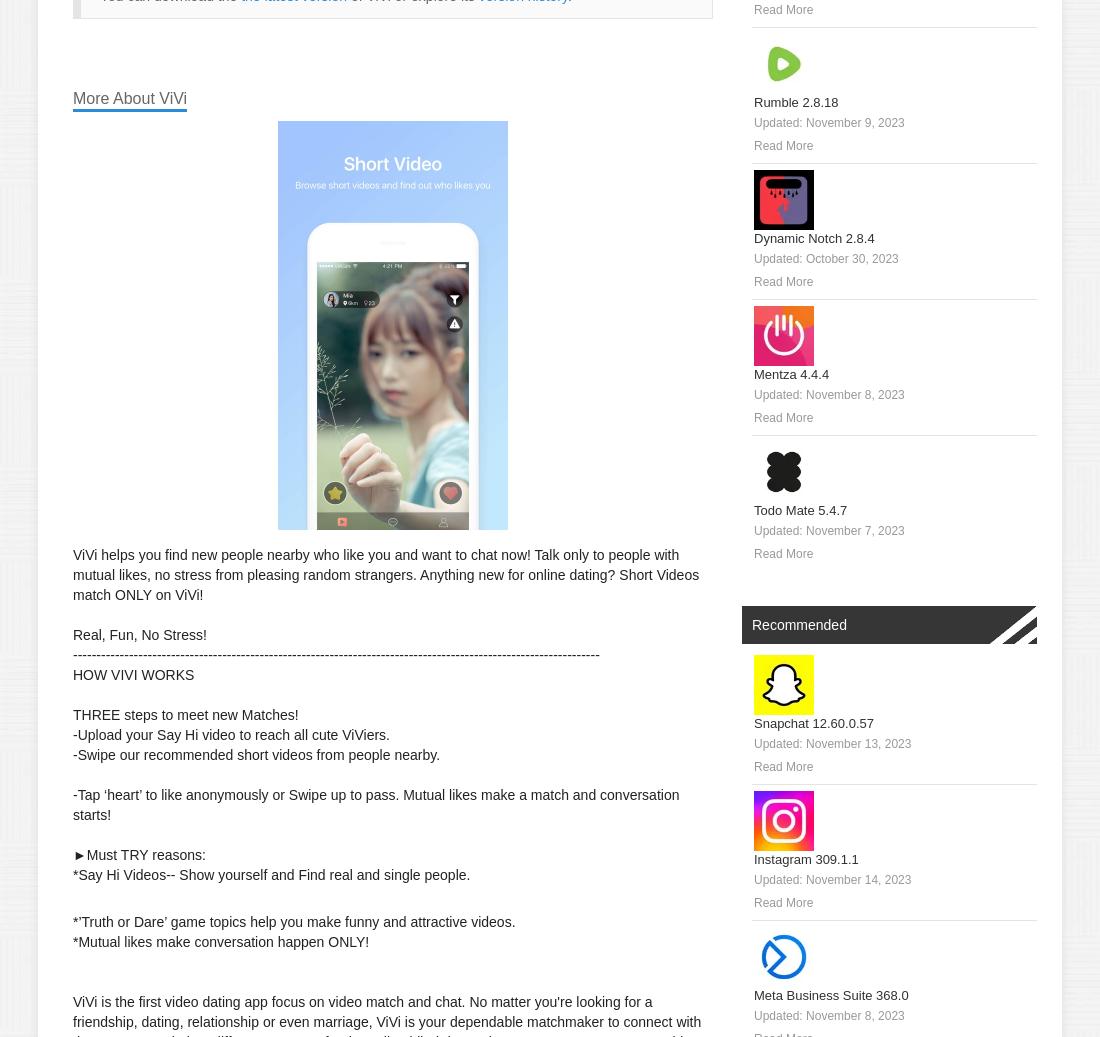 The height and width of the screenshot is (1037, 1100). What do you see at coordinates (827, 121) in the screenshot?
I see `'Updated: November 9, 2023'` at bounding box center [827, 121].